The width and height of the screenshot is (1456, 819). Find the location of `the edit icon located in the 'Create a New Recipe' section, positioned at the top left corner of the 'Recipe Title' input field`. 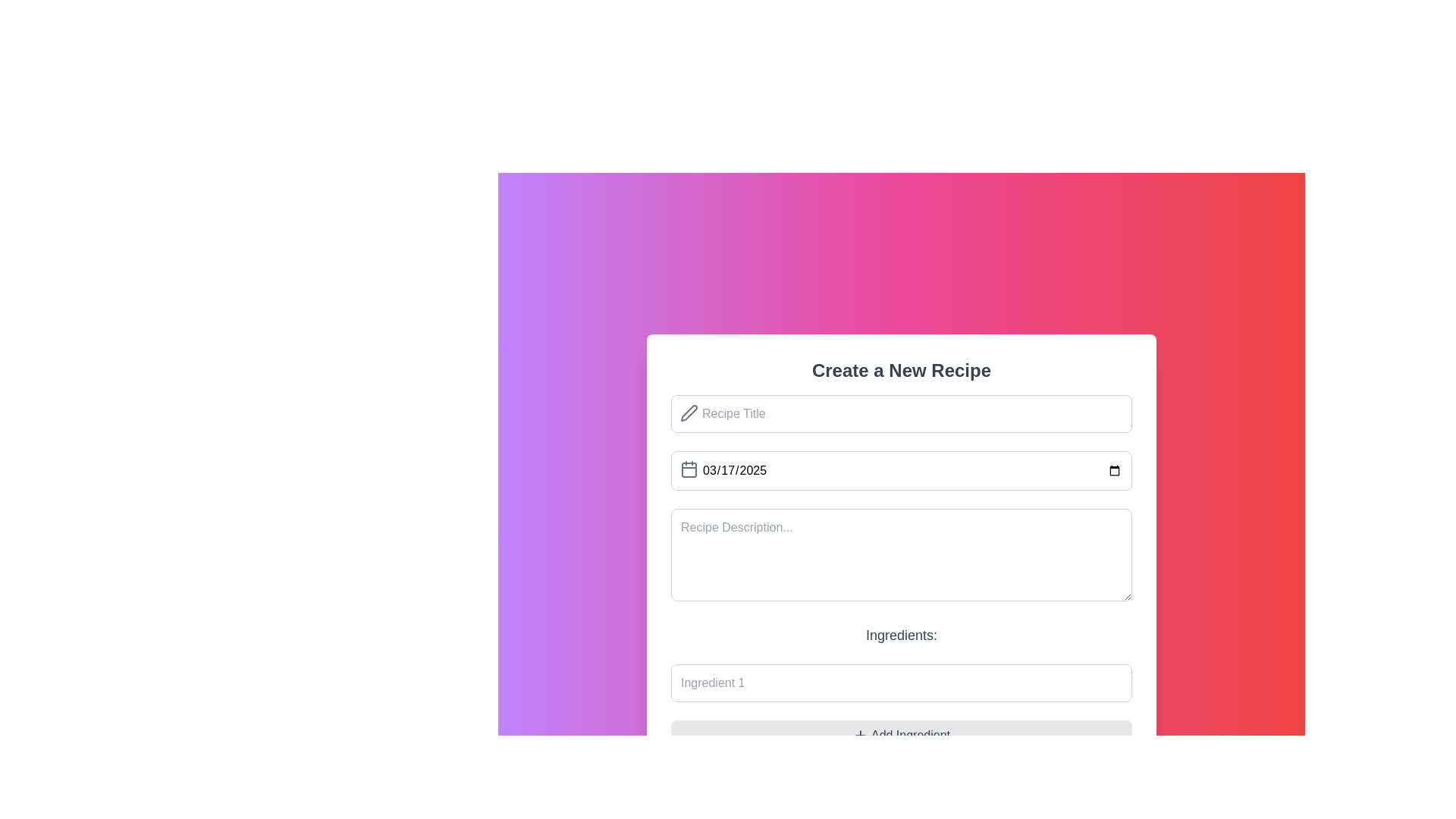

the edit icon located in the 'Create a New Recipe' section, positioned at the top left corner of the 'Recipe Title' input field is located at coordinates (687, 413).